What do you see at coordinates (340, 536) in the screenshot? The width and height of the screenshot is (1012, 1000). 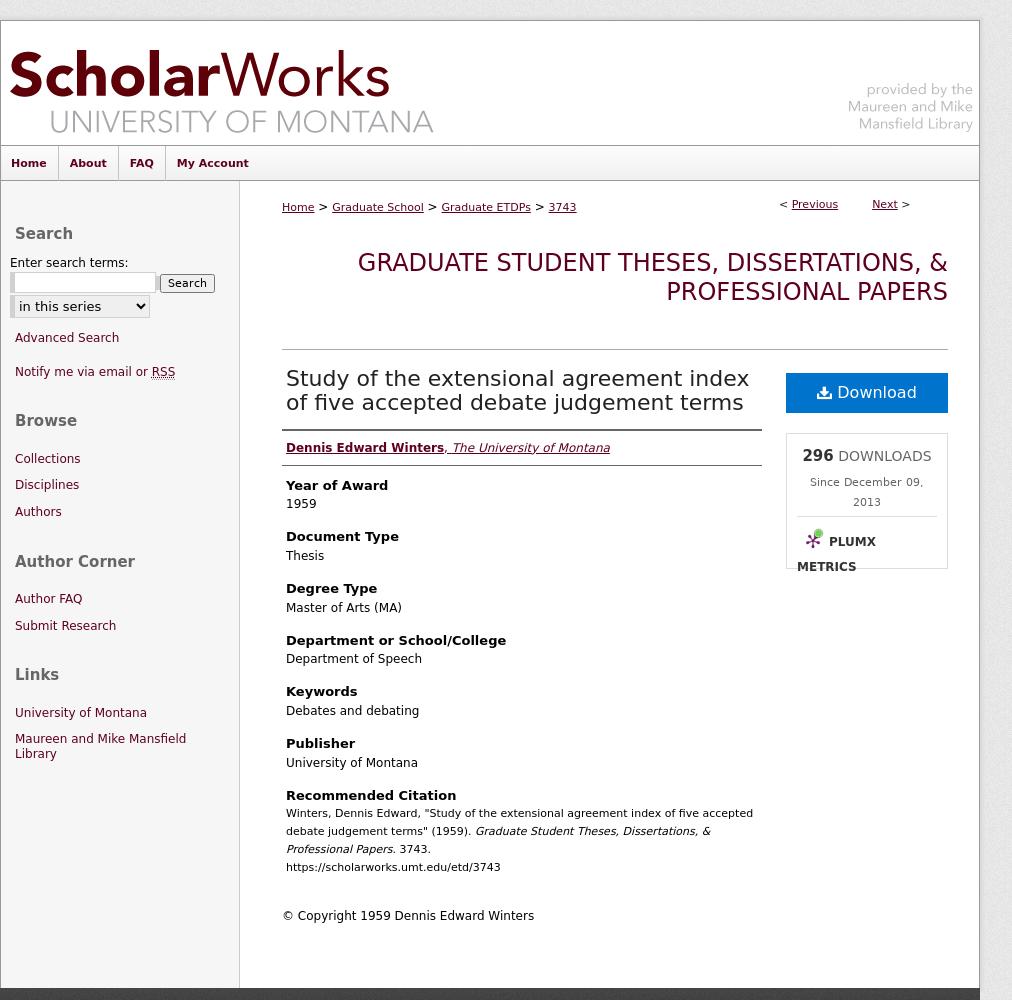 I see `'Document Type'` at bounding box center [340, 536].